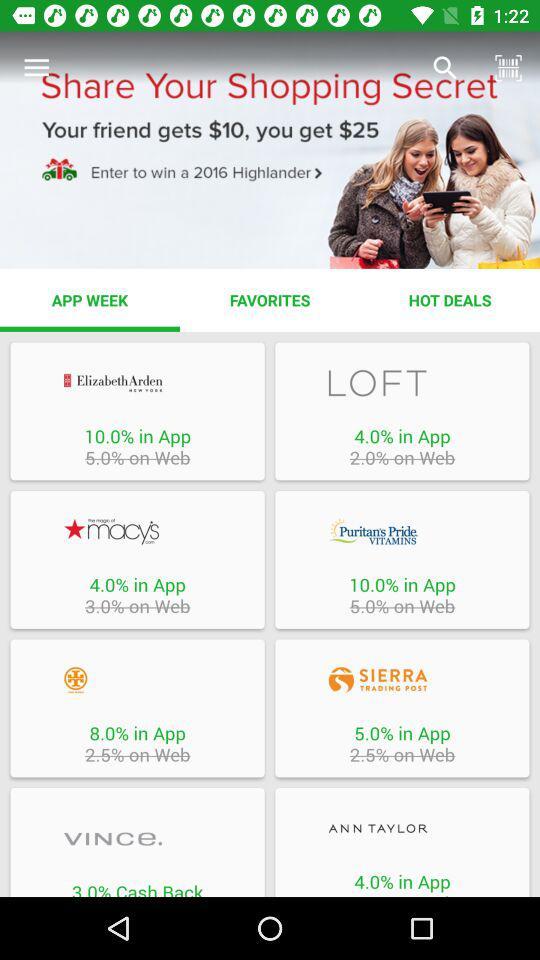  Describe the element at coordinates (402, 828) in the screenshot. I see `link to website` at that location.